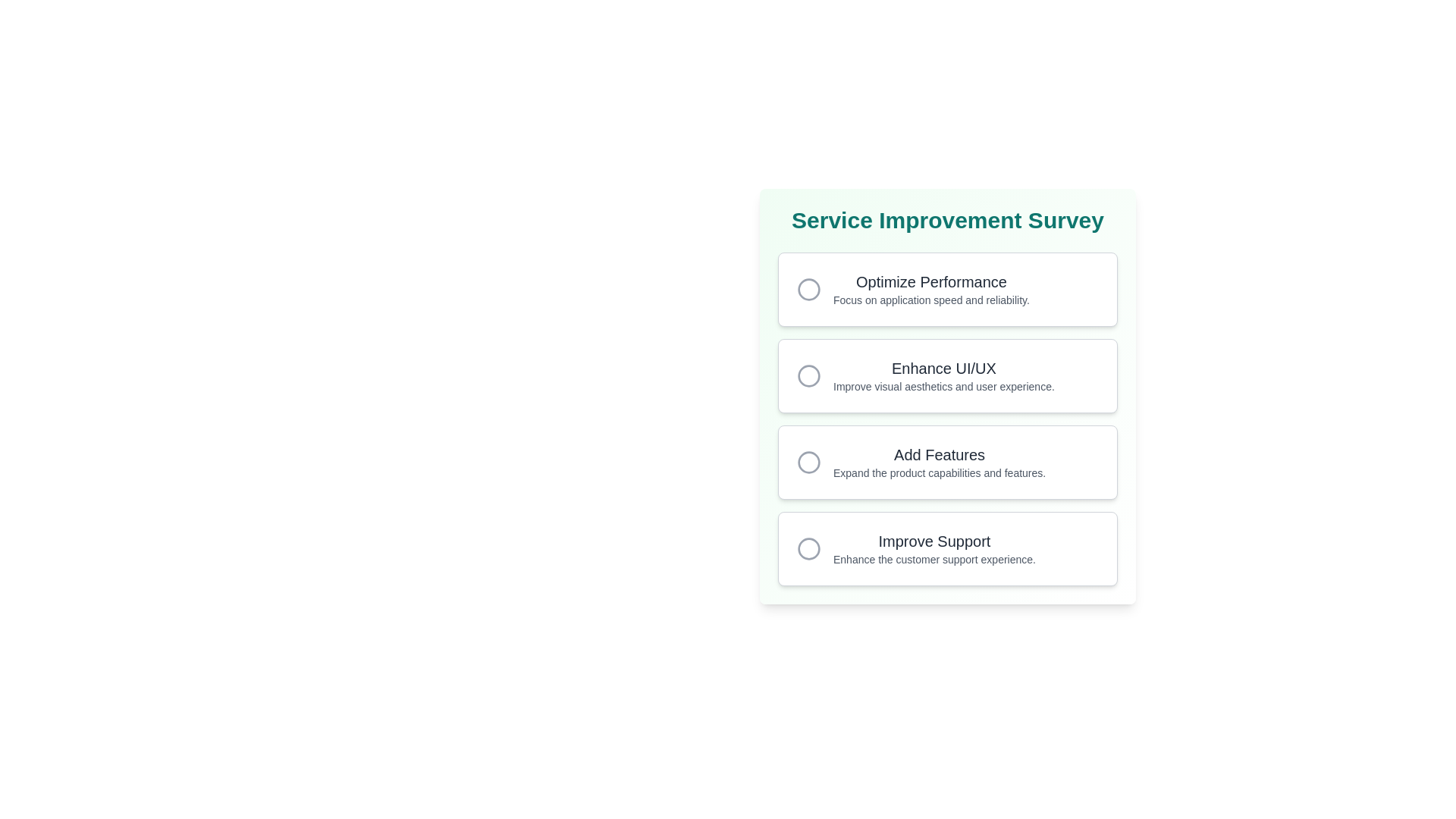 Image resolution: width=1456 pixels, height=819 pixels. Describe the element at coordinates (943, 369) in the screenshot. I see `text header 'Enhance UI/UX' which is prominently displayed in bold lettering above the subtitle in a survey card layout` at that location.